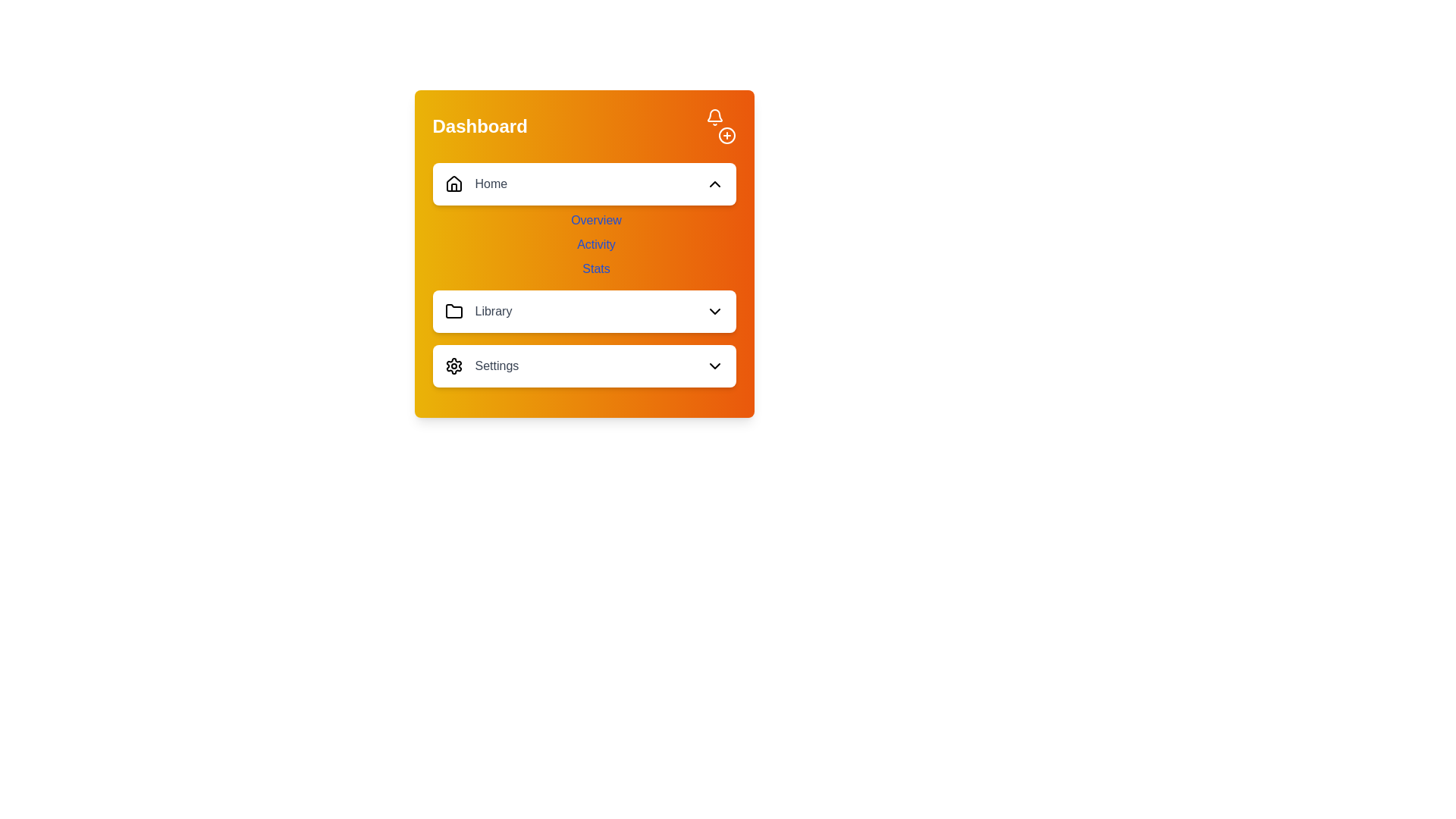 The height and width of the screenshot is (819, 1456). What do you see at coordinates (720, 125) in the screenshot?
I see `the circular plus icon in the top-right corner of the Dashboard section to initiate an add or create action` at bounding box center [720, 125].